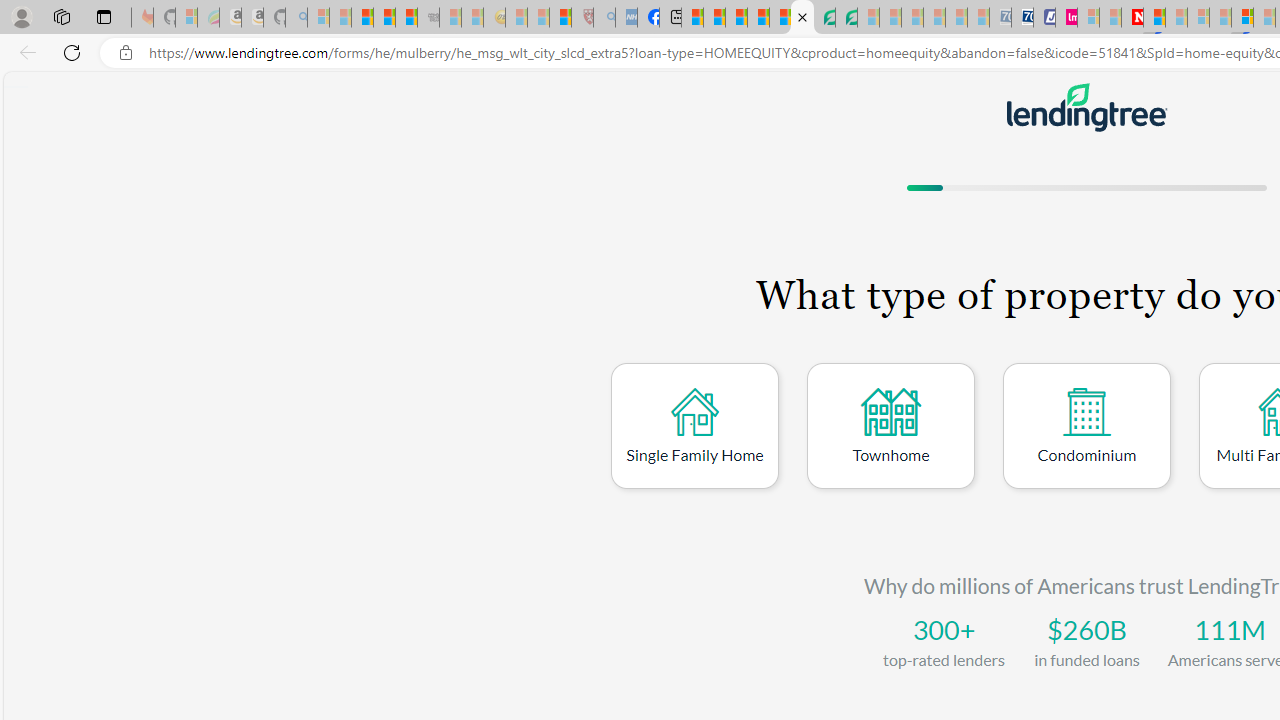 The image size is (1280, 720). What do you see at coordinates (362, 17) in the screenshot?
I see `'The Weather Channel - MSN'` at bounding box center [362, 17].